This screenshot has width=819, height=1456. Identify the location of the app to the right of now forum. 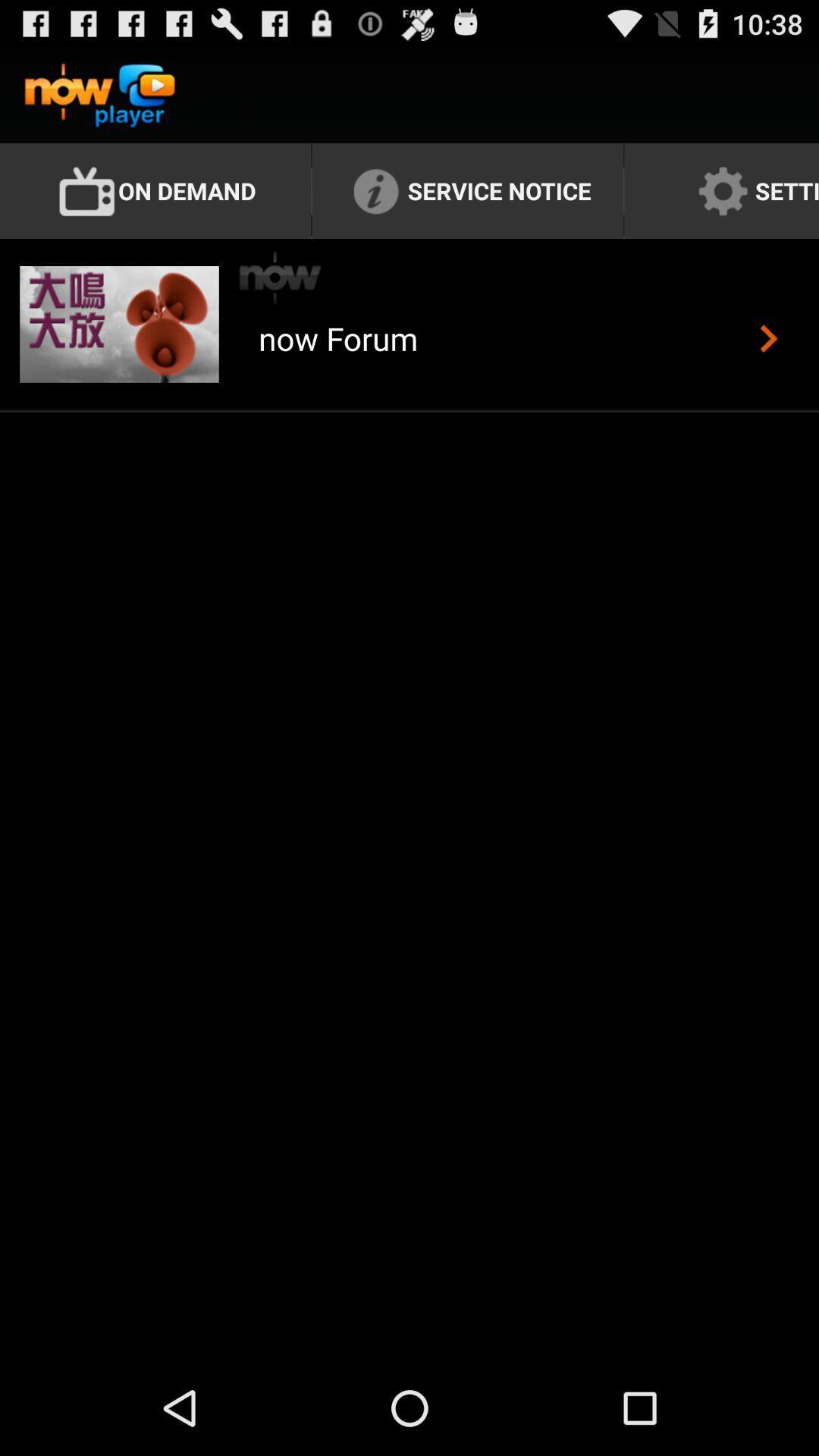
(769, 337).